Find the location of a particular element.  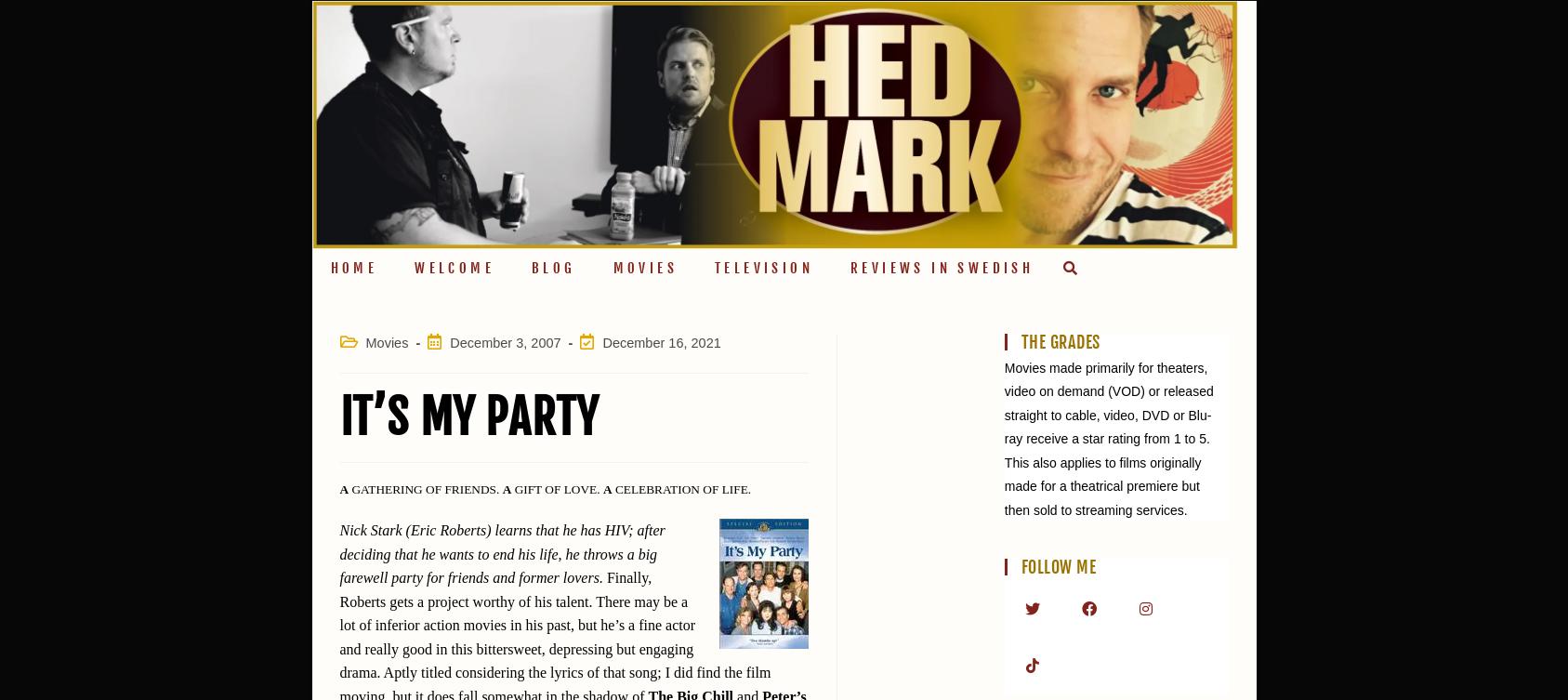

'GATHERING OF FRIENDS.' is located at coordinates (425, 488).